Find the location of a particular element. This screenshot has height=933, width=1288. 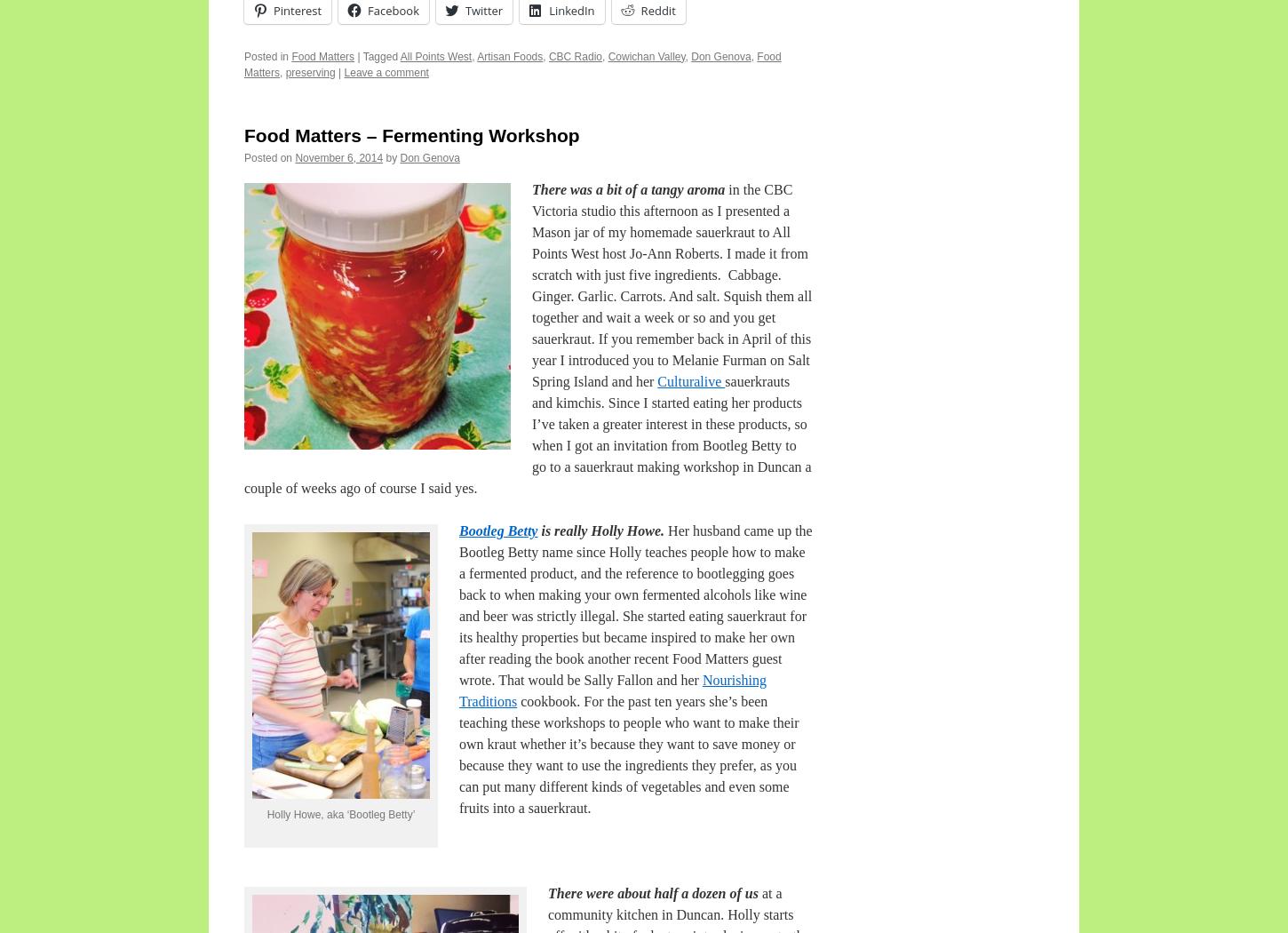

'Culturalive' is located at coordinates (691, 379).